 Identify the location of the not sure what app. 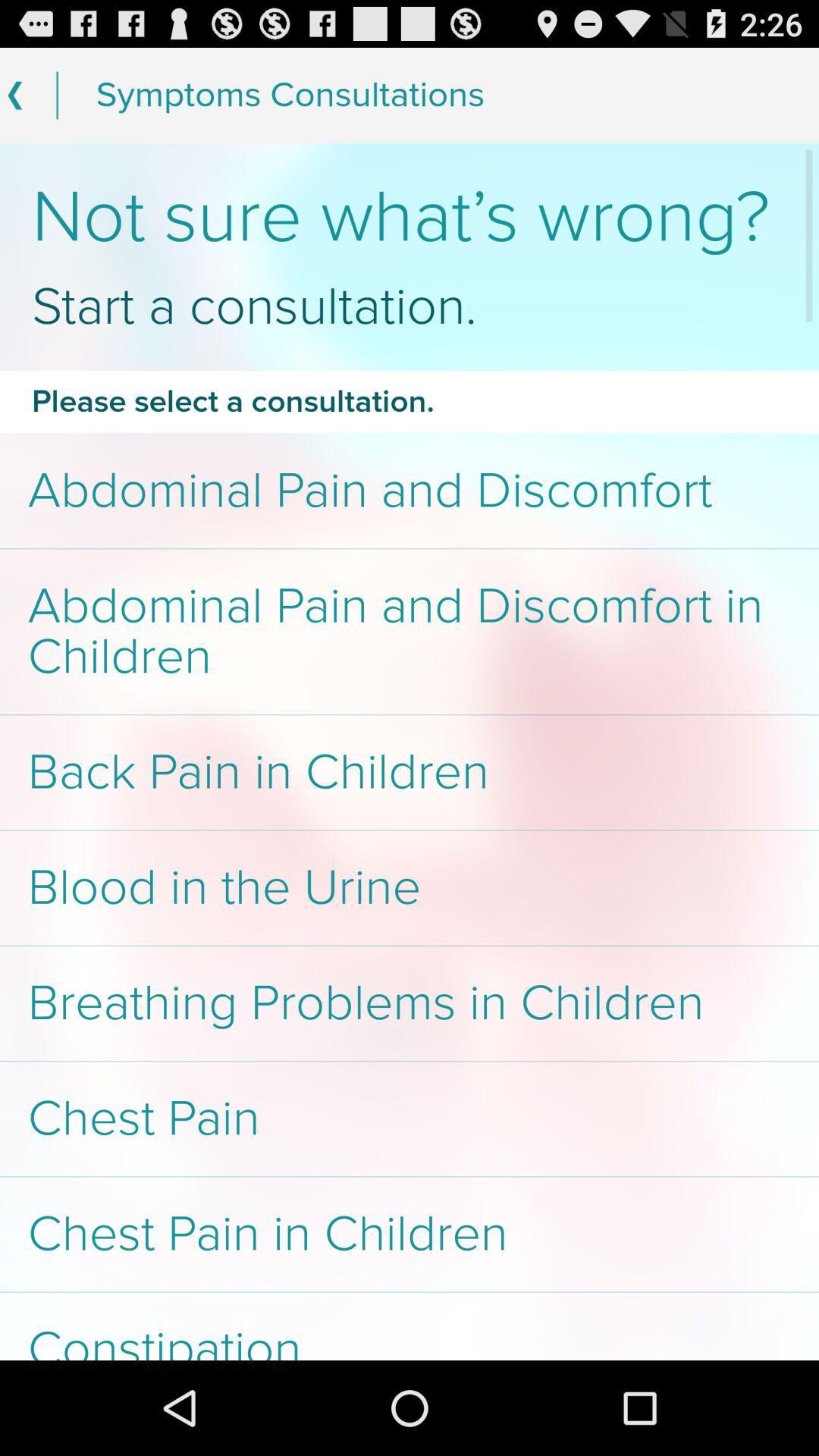
(409, 217).